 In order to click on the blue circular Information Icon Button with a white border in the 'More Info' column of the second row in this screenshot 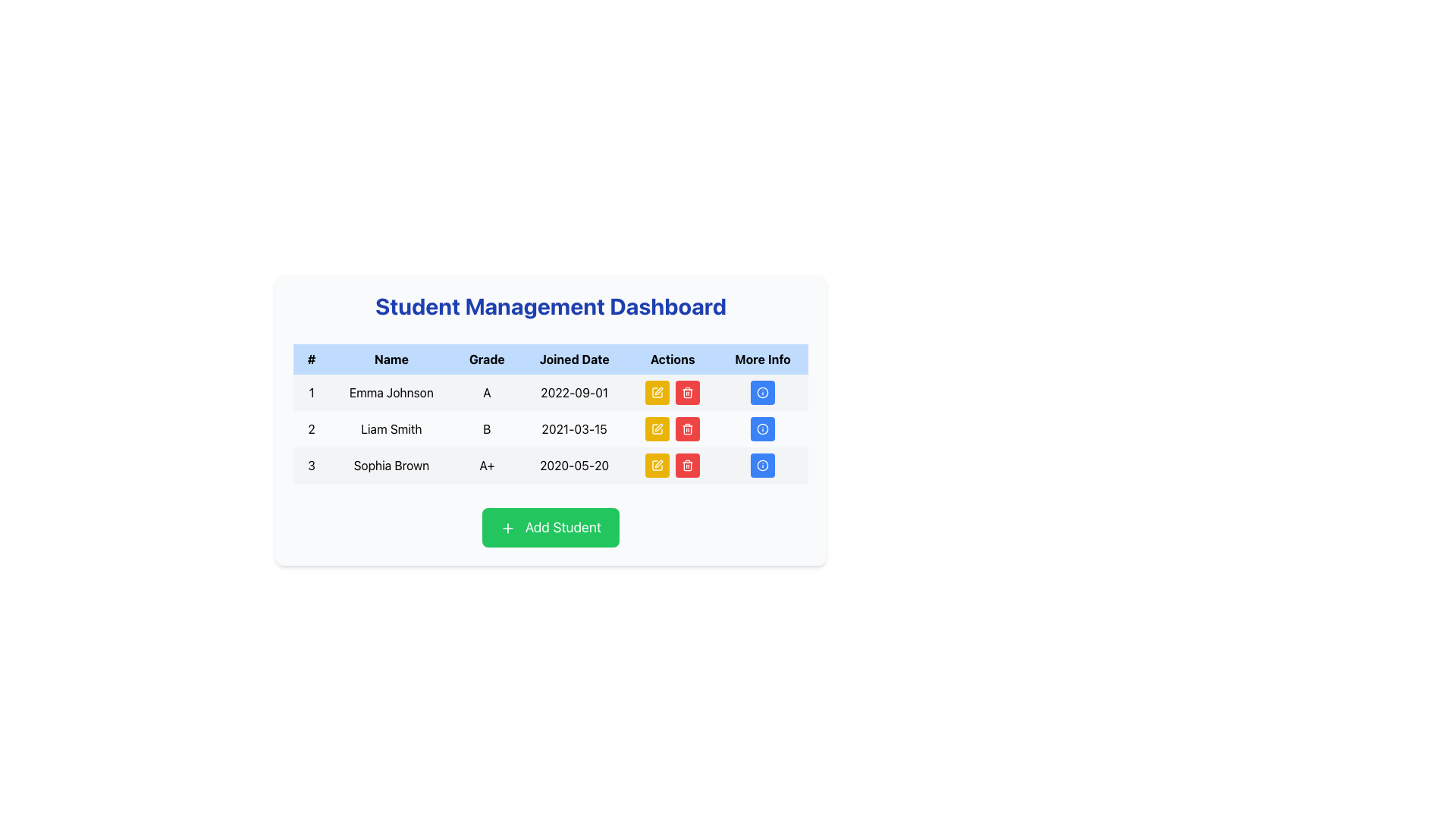, I will do `click(763, 429)`.